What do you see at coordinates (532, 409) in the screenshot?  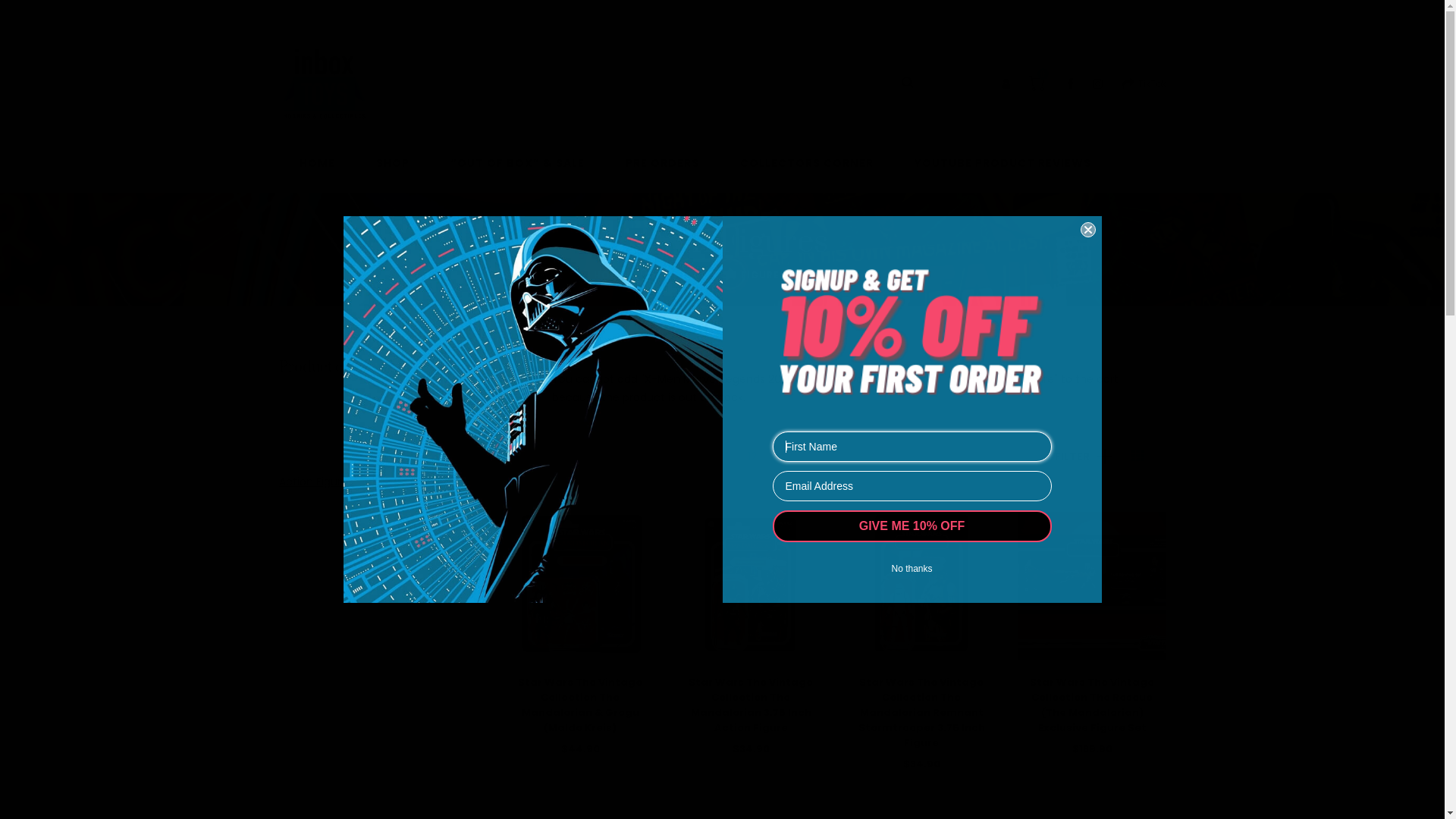 I see `'Darth Vader'` at bounding box center [532, 409].